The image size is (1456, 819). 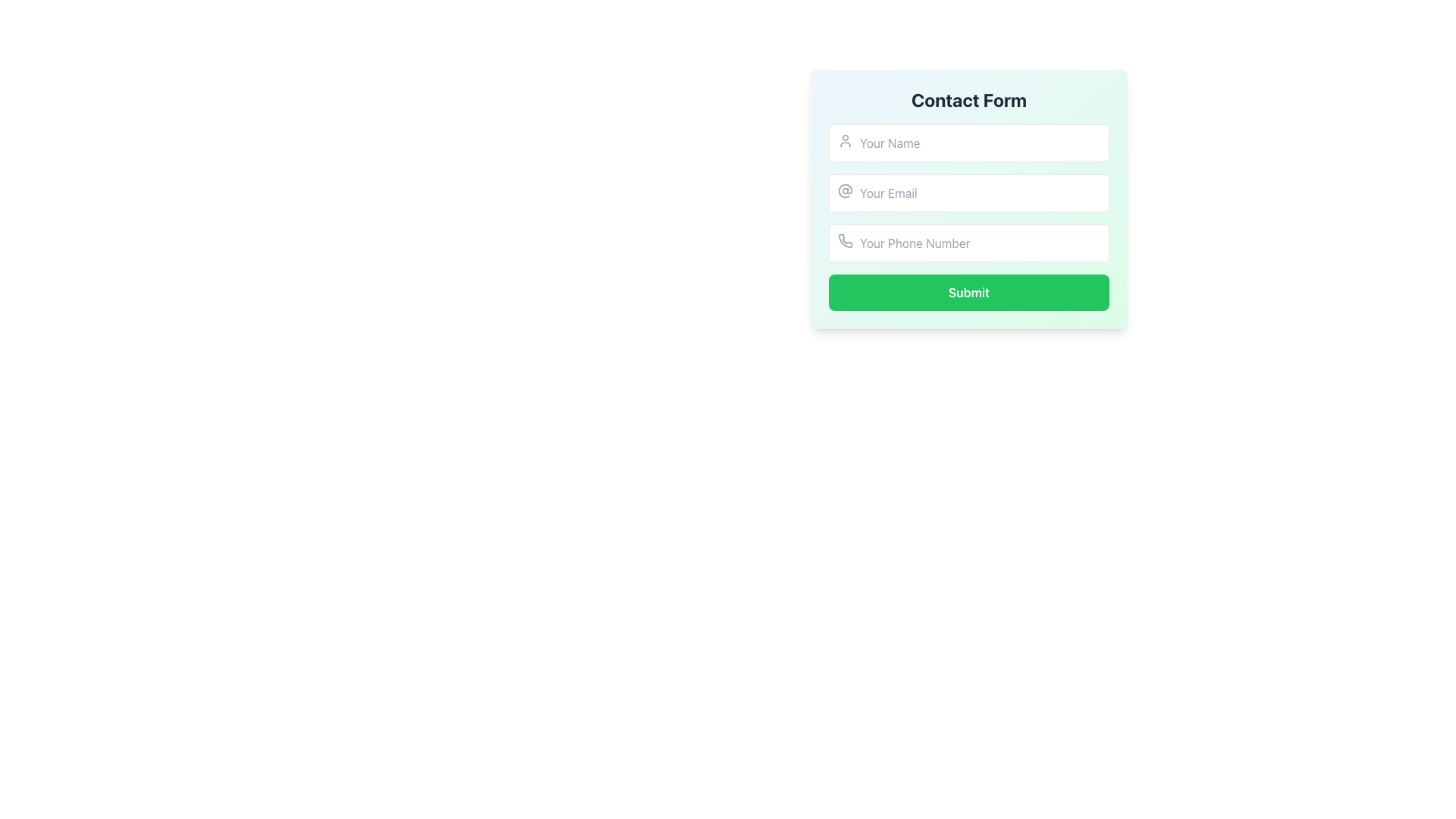 What do you see at coordinates (968, 292) in the screenshot?
I see `the submit button located below the input fields for 'Your Name', 'Your Email', and 'Your Phone Number' to trigger hover effects` at bounding box center [968, 292].